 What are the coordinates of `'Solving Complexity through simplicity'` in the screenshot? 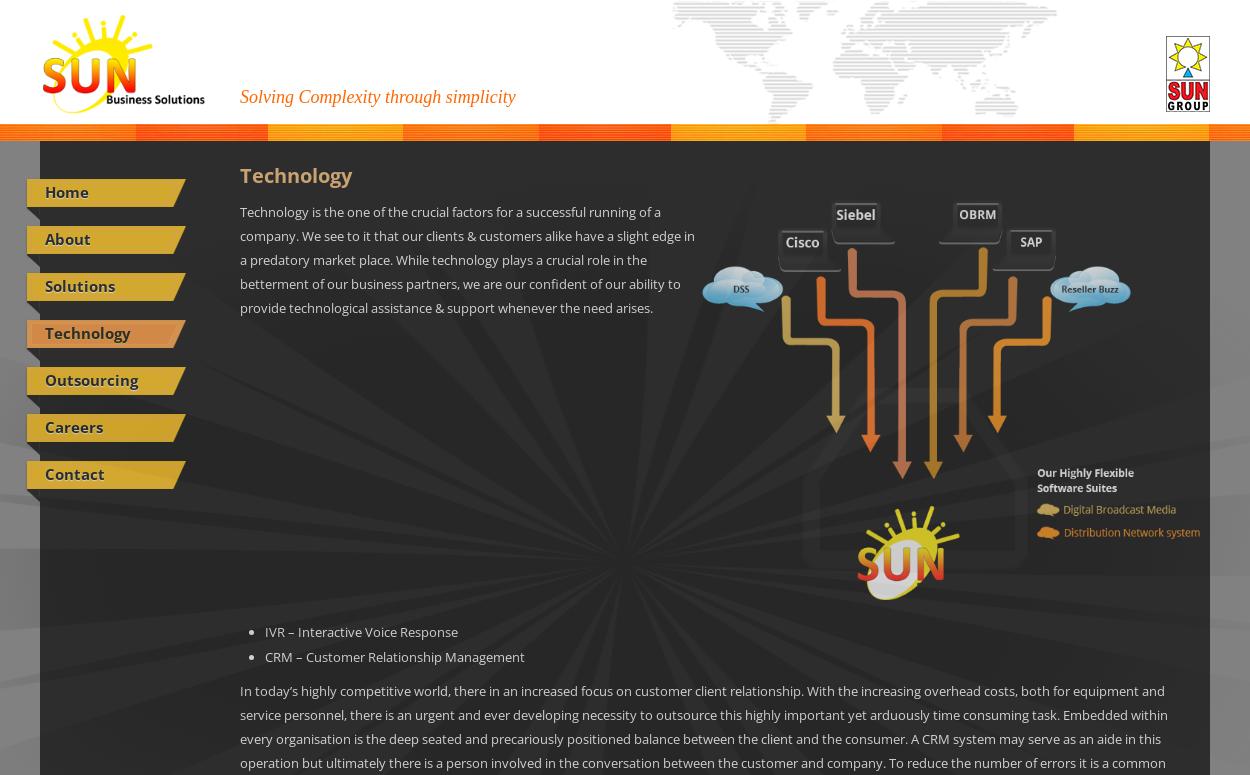 It's located at (377, 97).